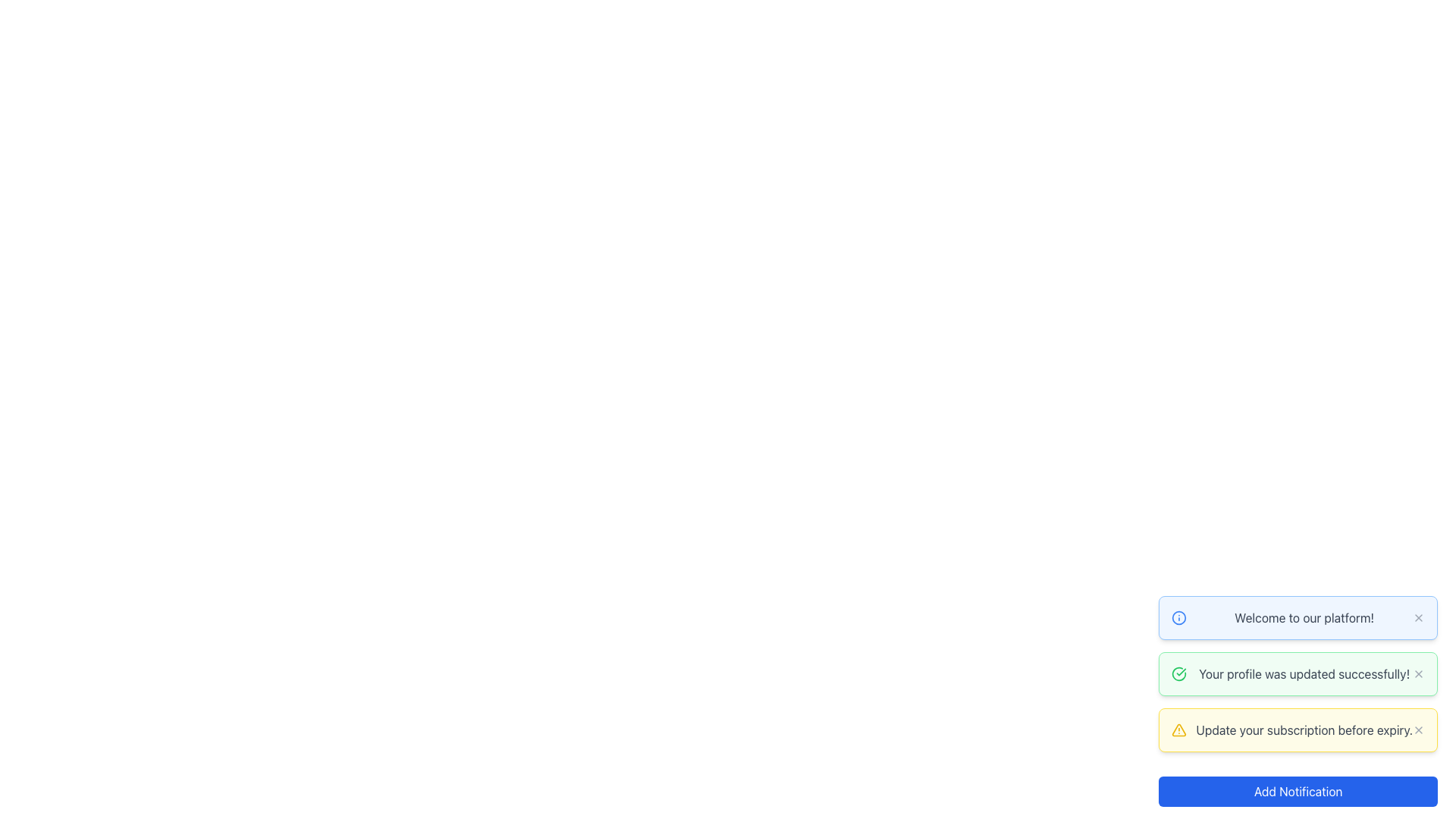 Image resolution: width=1456 pixels, height=819 pixels. I want to click on notification message about the successful update of the user's profile, which is the text element located in the second notification box from the top in the notification panel, so click(1304, 673).